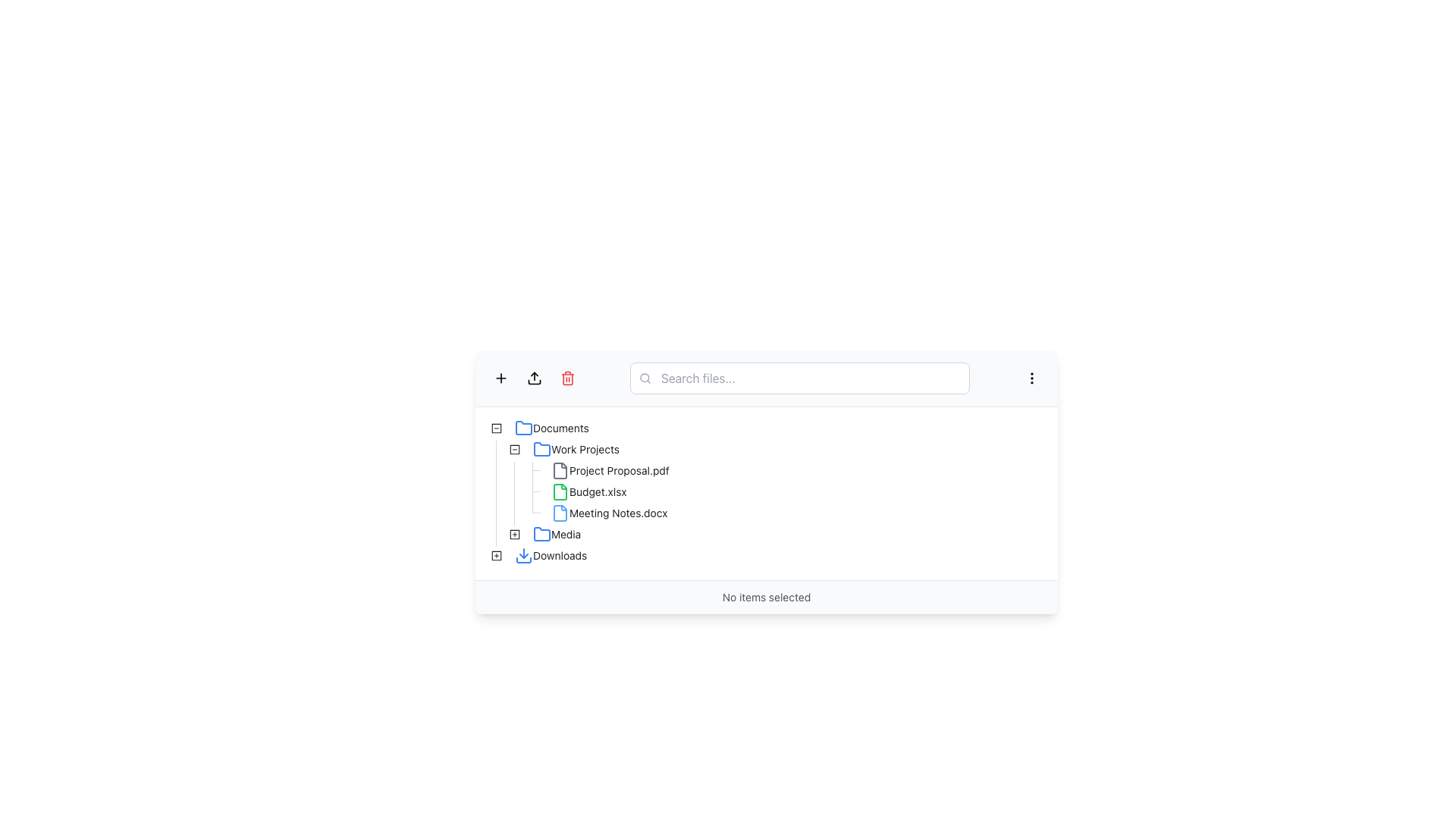  What do you see at coordinates (542, 533) in the screenshot?
I see `the folder icon representing the 'Media' directory in the file tree` at bounding box center [542, 533].